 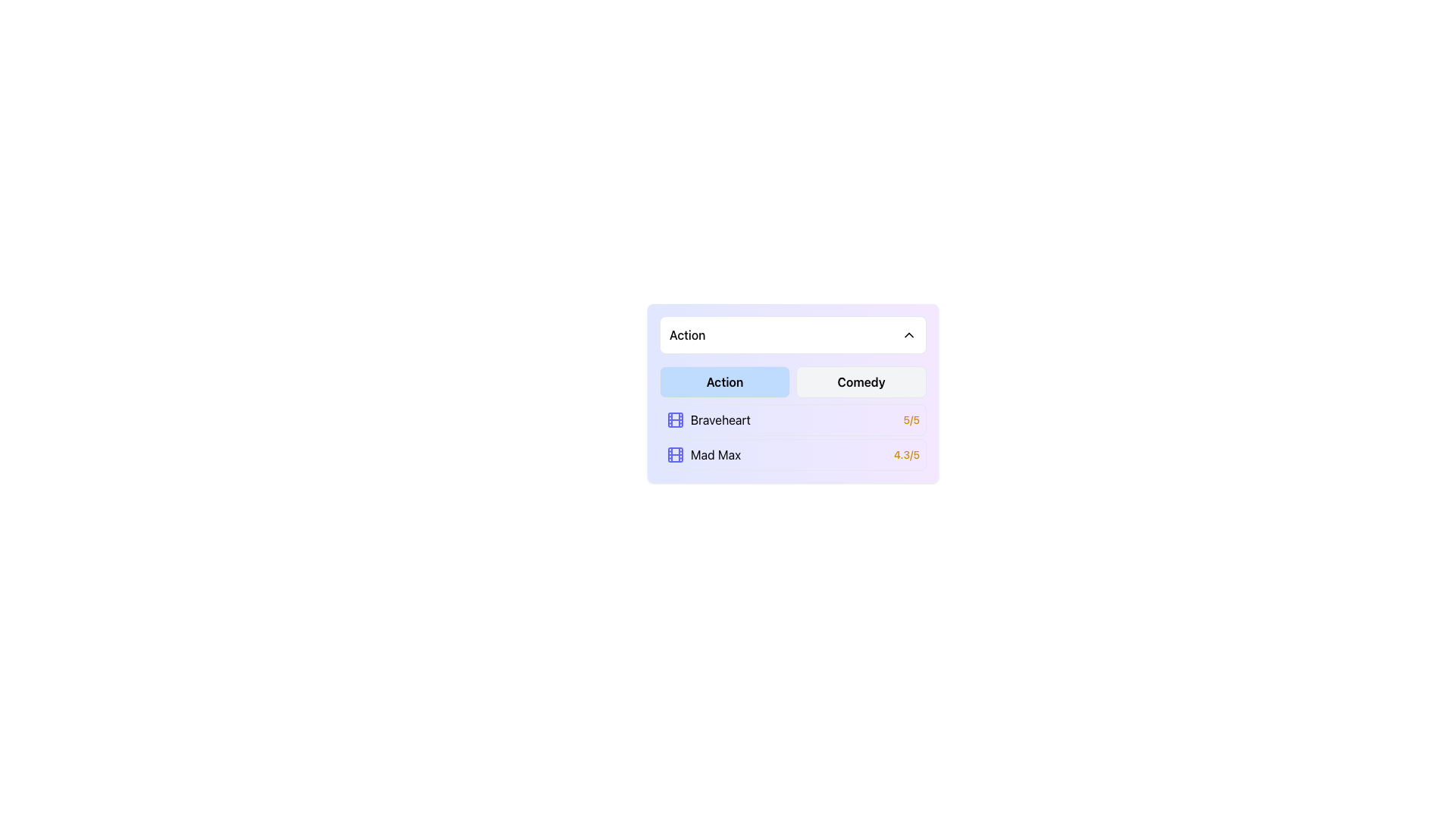 What do you see at coordinates (675, 454) in the screenshot?
I see `the SVG rectangle element that is part of the icon next to the 'Mad Max' text, located on the second row of the list below the 'Action' and 'Comedy' tabs` at bounding box center [675, 454].